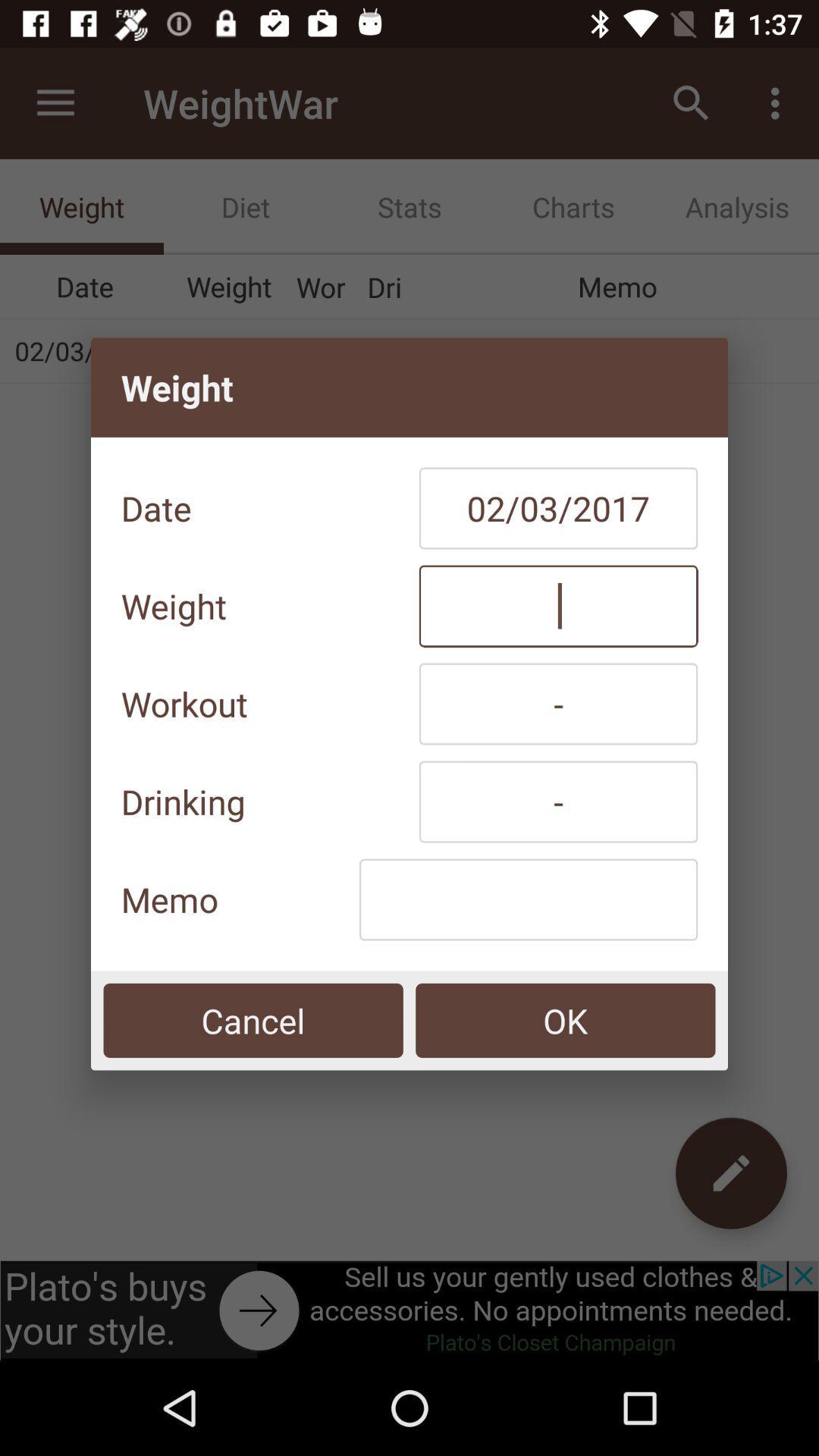 This screenshot has height=1456, width=819. Describe the element at coordinates (558, 801) in the screenshot. I see `the item below the workout item` at that location.